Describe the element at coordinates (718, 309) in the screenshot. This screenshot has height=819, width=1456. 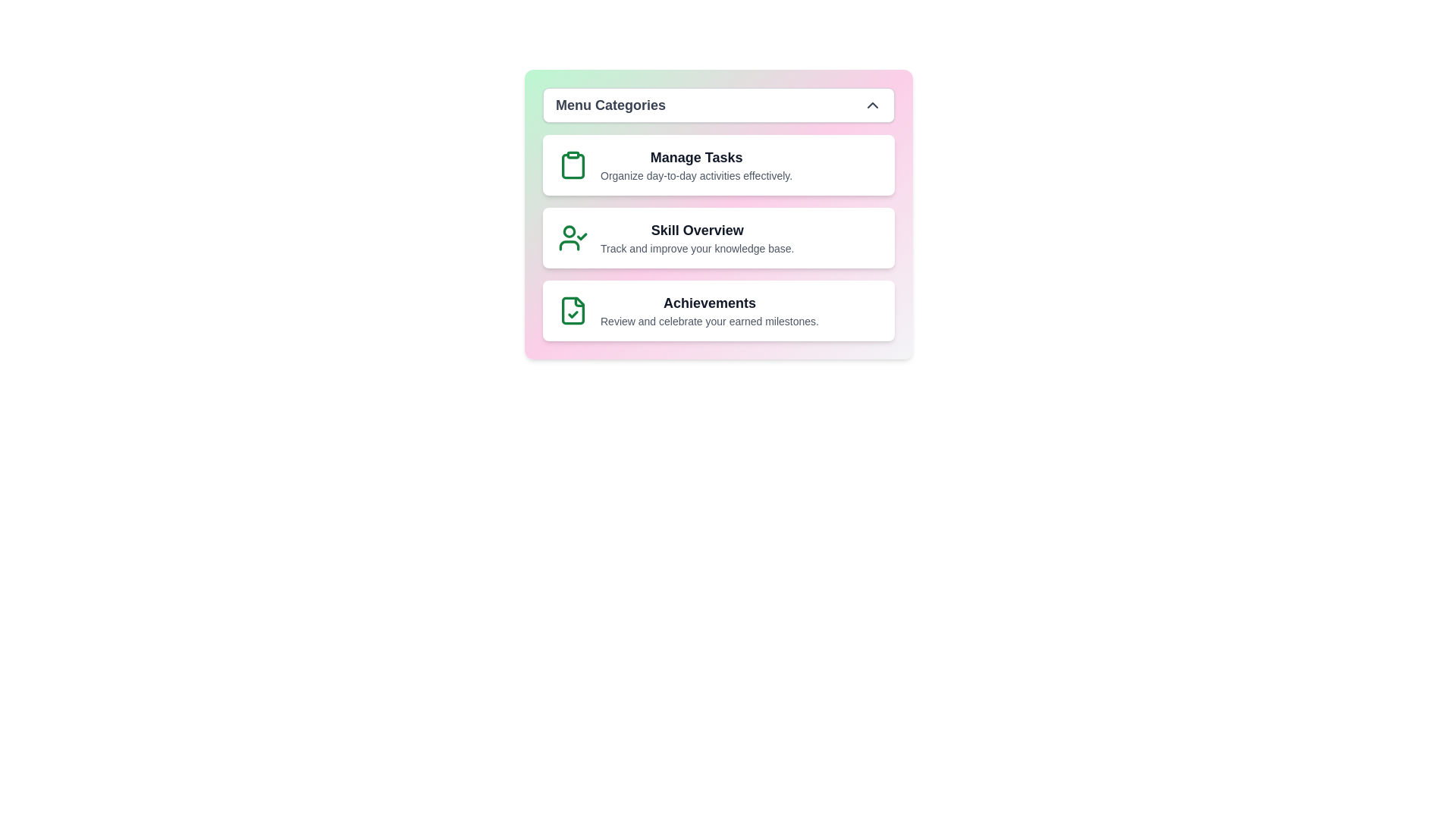
I see `the category card for Achievements` at that location.